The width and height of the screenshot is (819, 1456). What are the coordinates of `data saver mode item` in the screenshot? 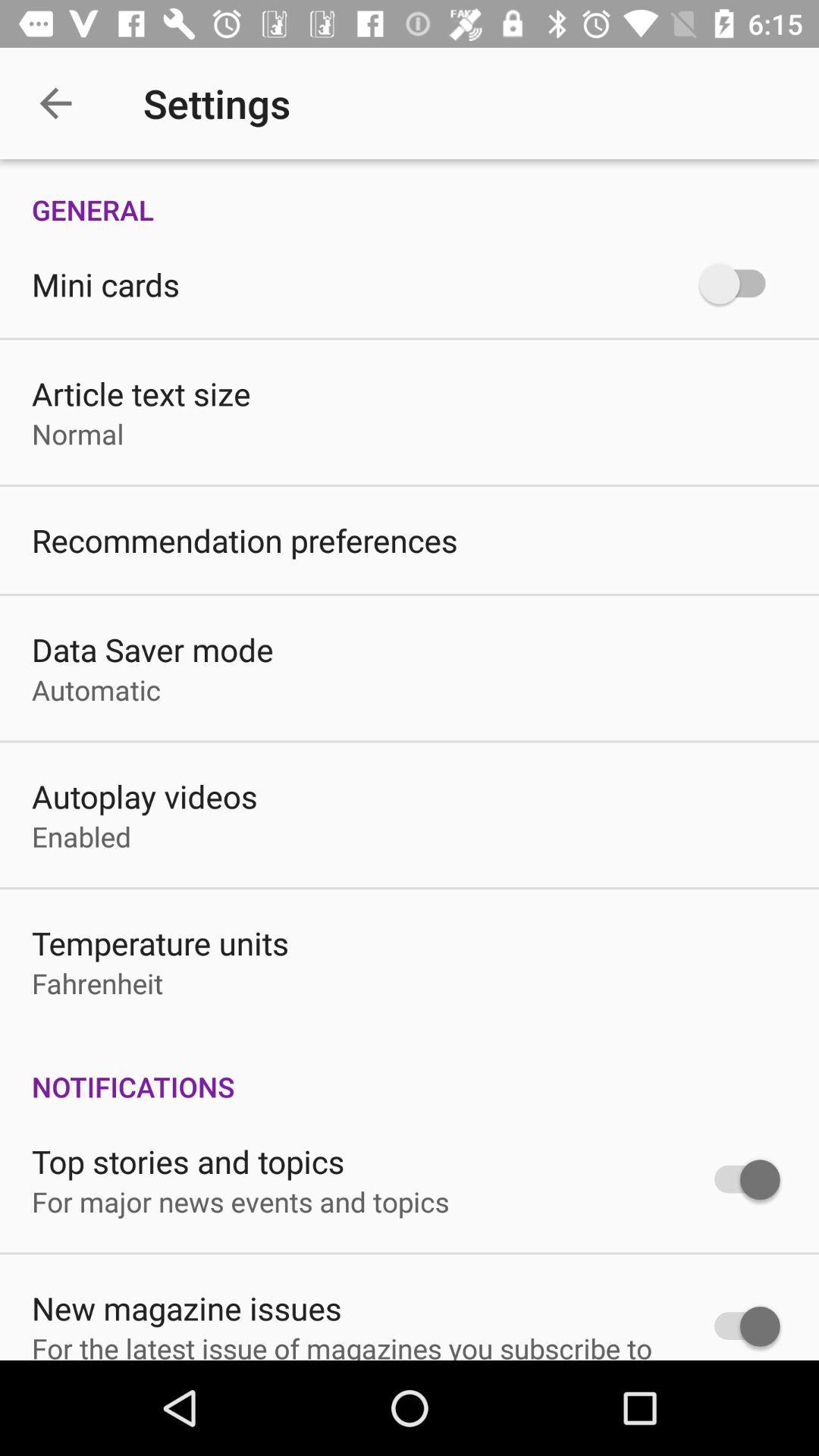 It's located at (152, 649).